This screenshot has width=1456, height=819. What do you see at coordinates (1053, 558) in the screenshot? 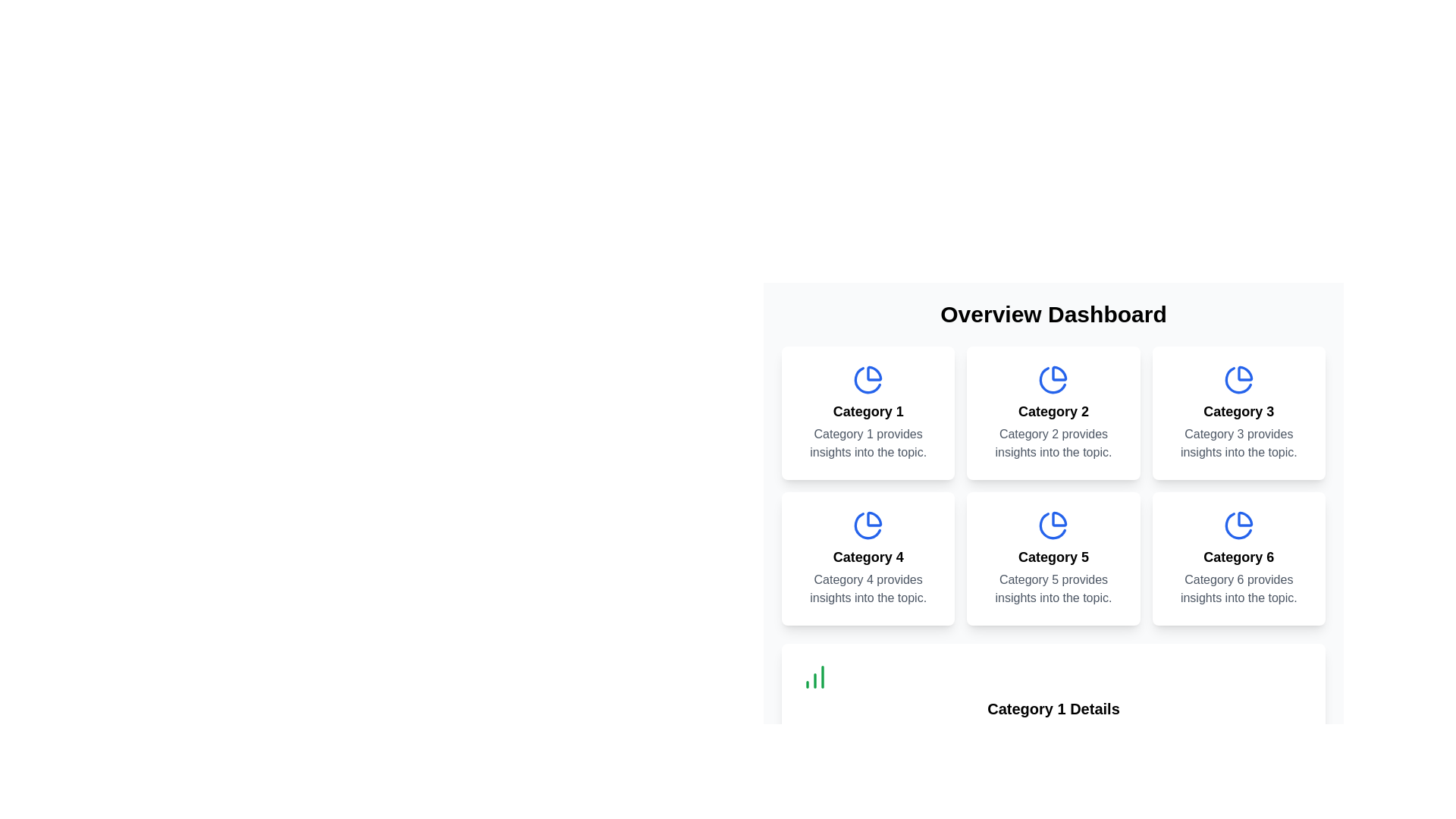
I see `the 'Category 5' card, which is located in the center column of the second row in a 3x2 grid layout` at bounding box center [1053, 558].